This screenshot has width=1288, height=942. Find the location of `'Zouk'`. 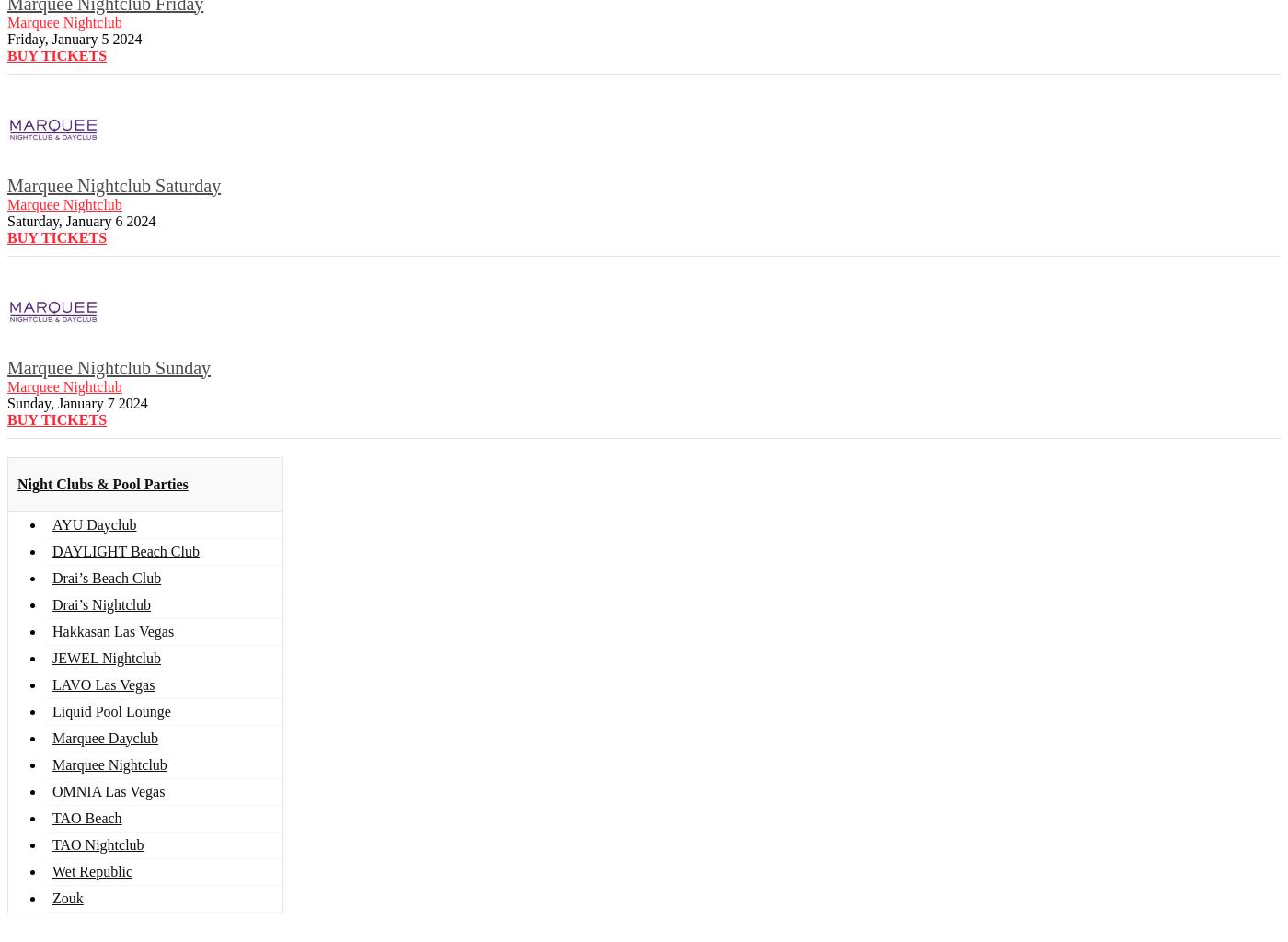

'Zouk' is located at coordinates (67, 897).